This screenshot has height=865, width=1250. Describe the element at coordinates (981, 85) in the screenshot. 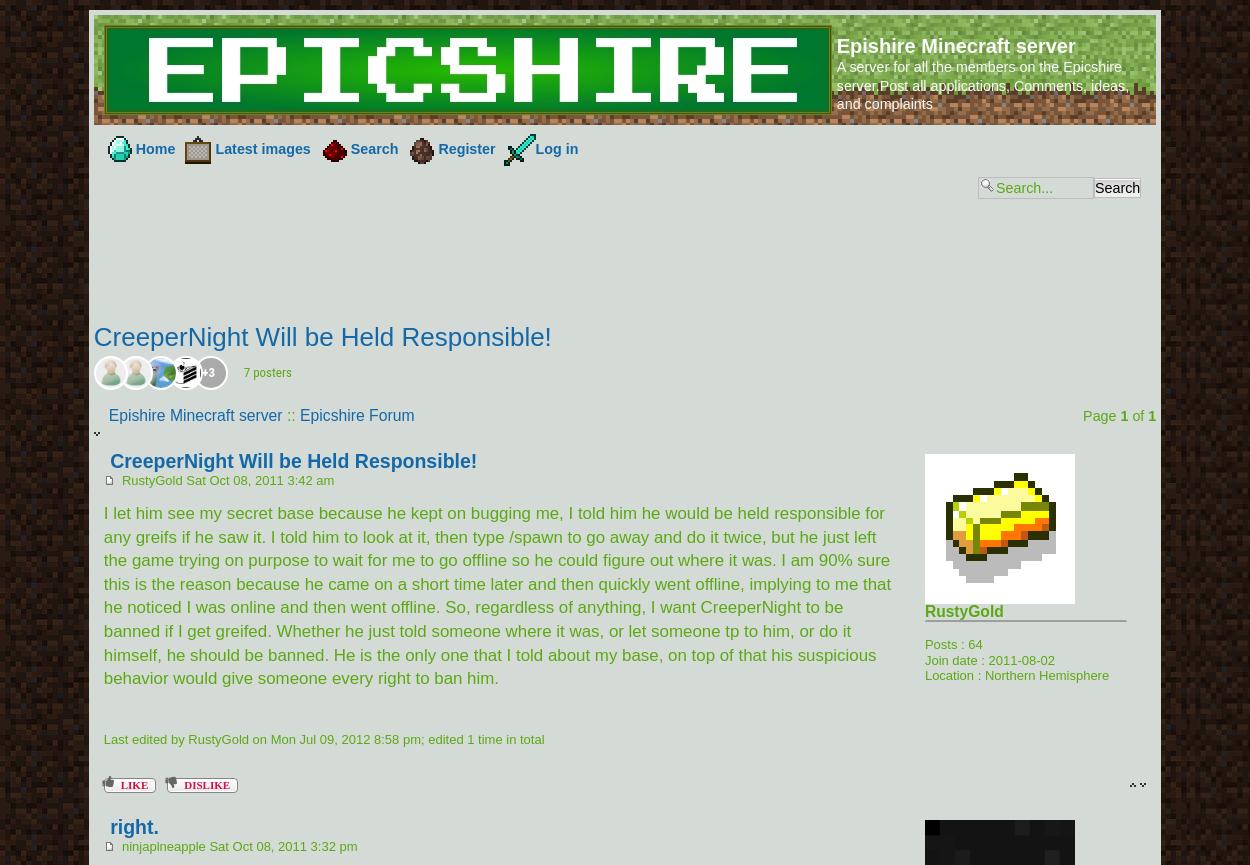

I see `'A server for all the members on the Epicshire server.Post all applications, Comments, ideas, and complaints'` at that location.